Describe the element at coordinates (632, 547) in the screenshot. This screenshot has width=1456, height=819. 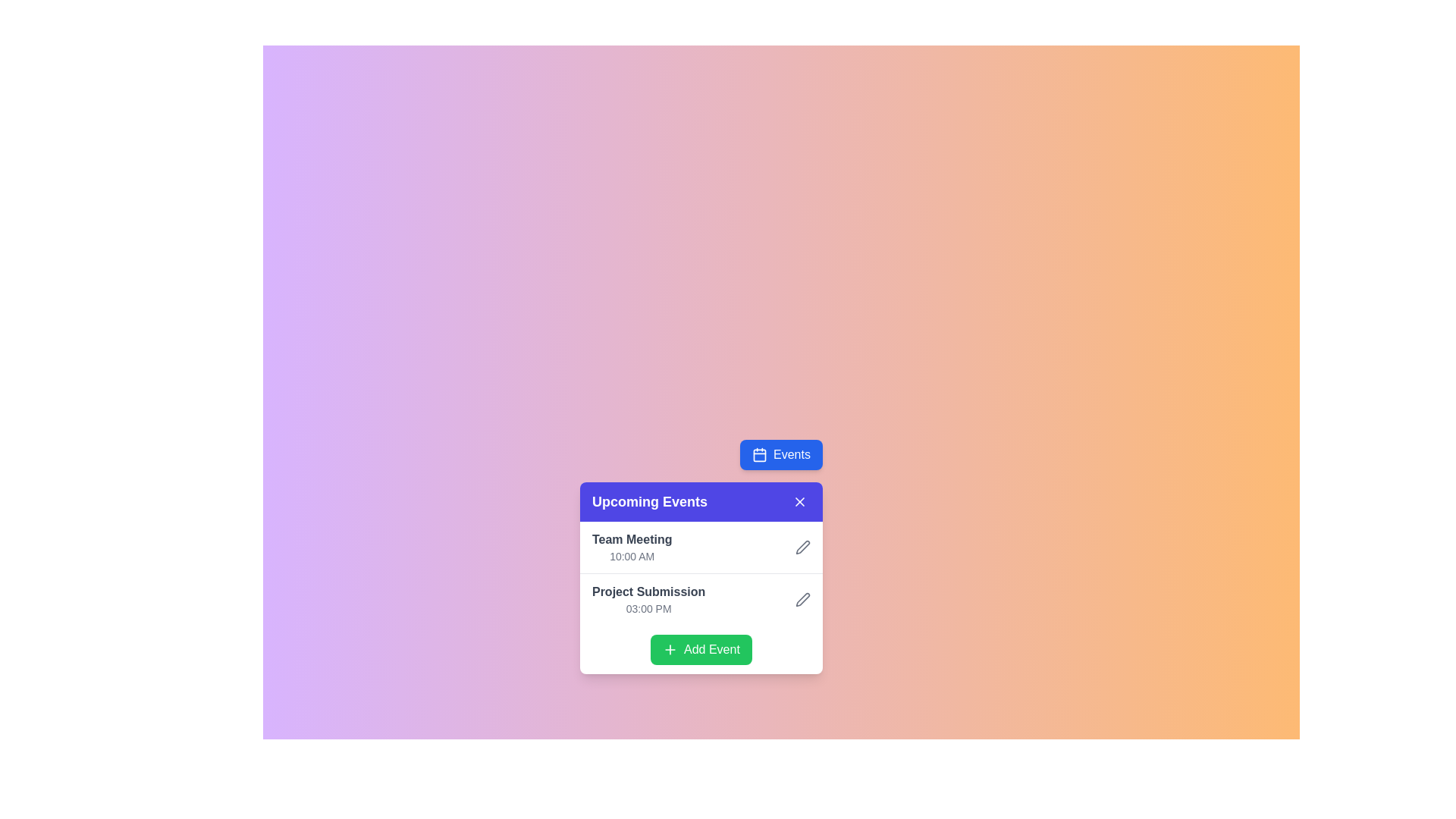
I see `the text display that shows the event title 'Team Meeting' and time '10:00 AM' in the 'Upcoming Events' section` at that location.